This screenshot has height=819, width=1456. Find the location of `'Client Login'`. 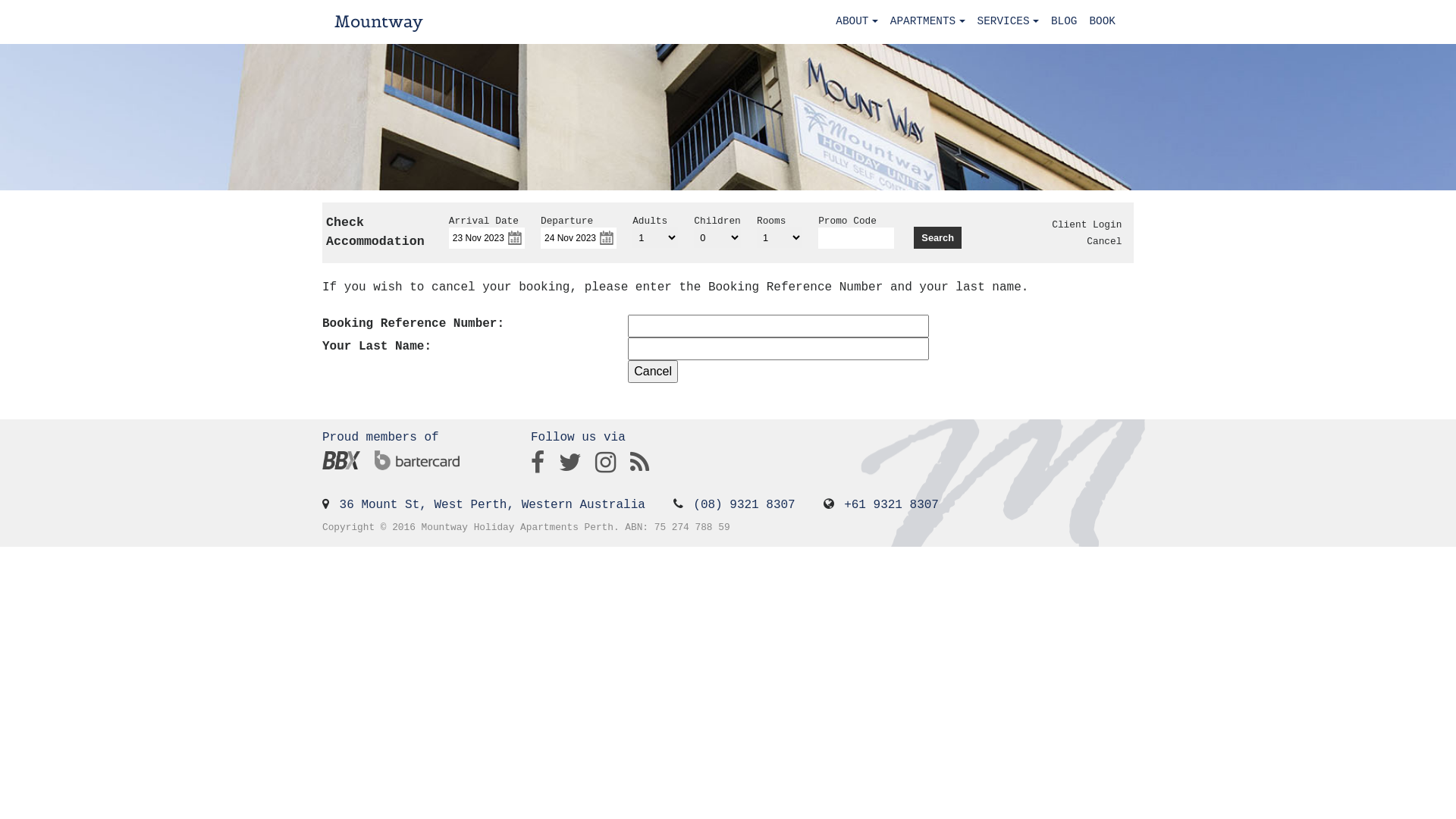

'Client Login' is located at coordinates (1051, 224).